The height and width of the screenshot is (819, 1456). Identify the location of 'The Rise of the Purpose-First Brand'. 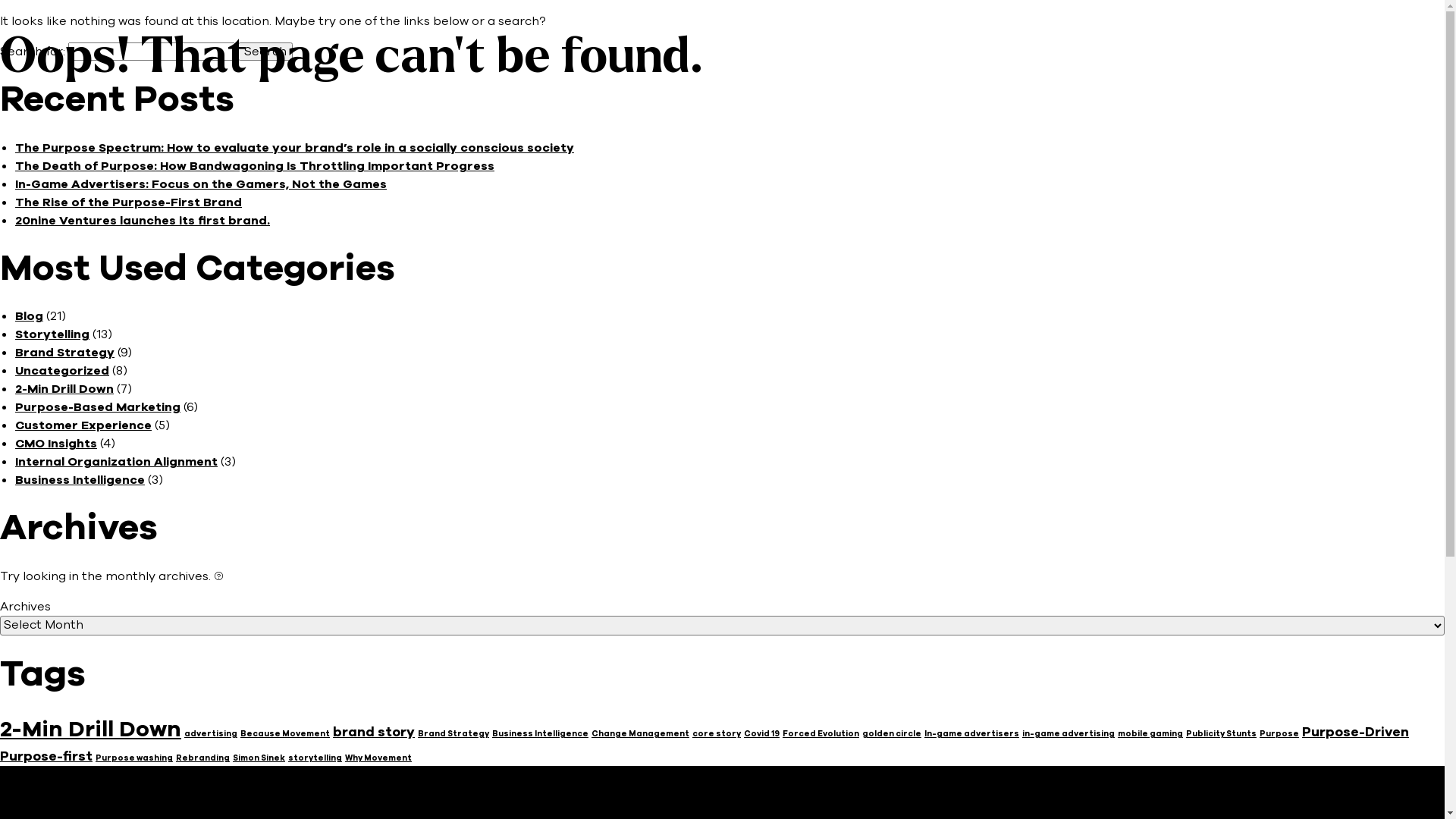
(128, 201).